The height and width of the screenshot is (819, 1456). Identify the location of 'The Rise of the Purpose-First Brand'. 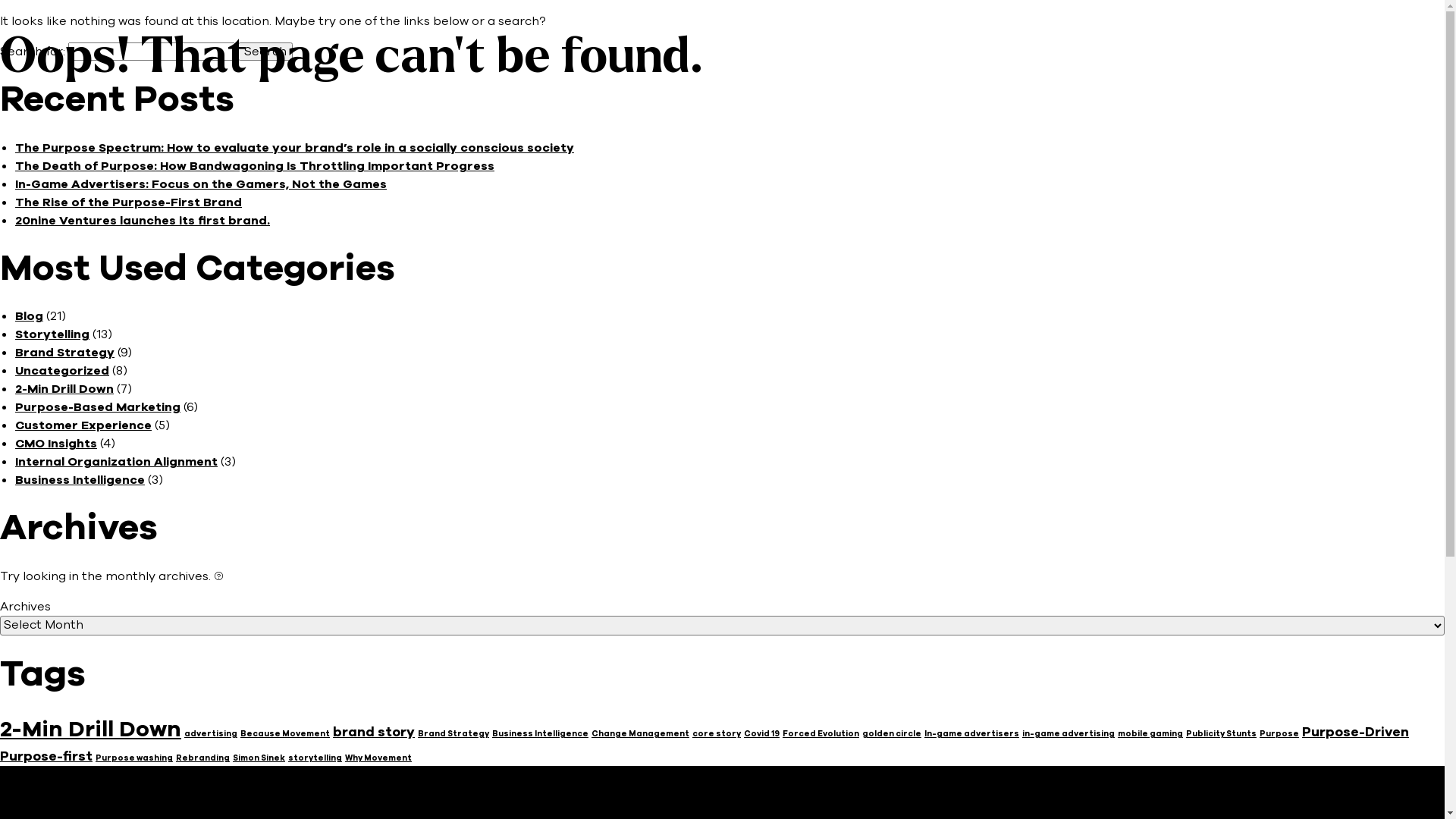
(128, 201).